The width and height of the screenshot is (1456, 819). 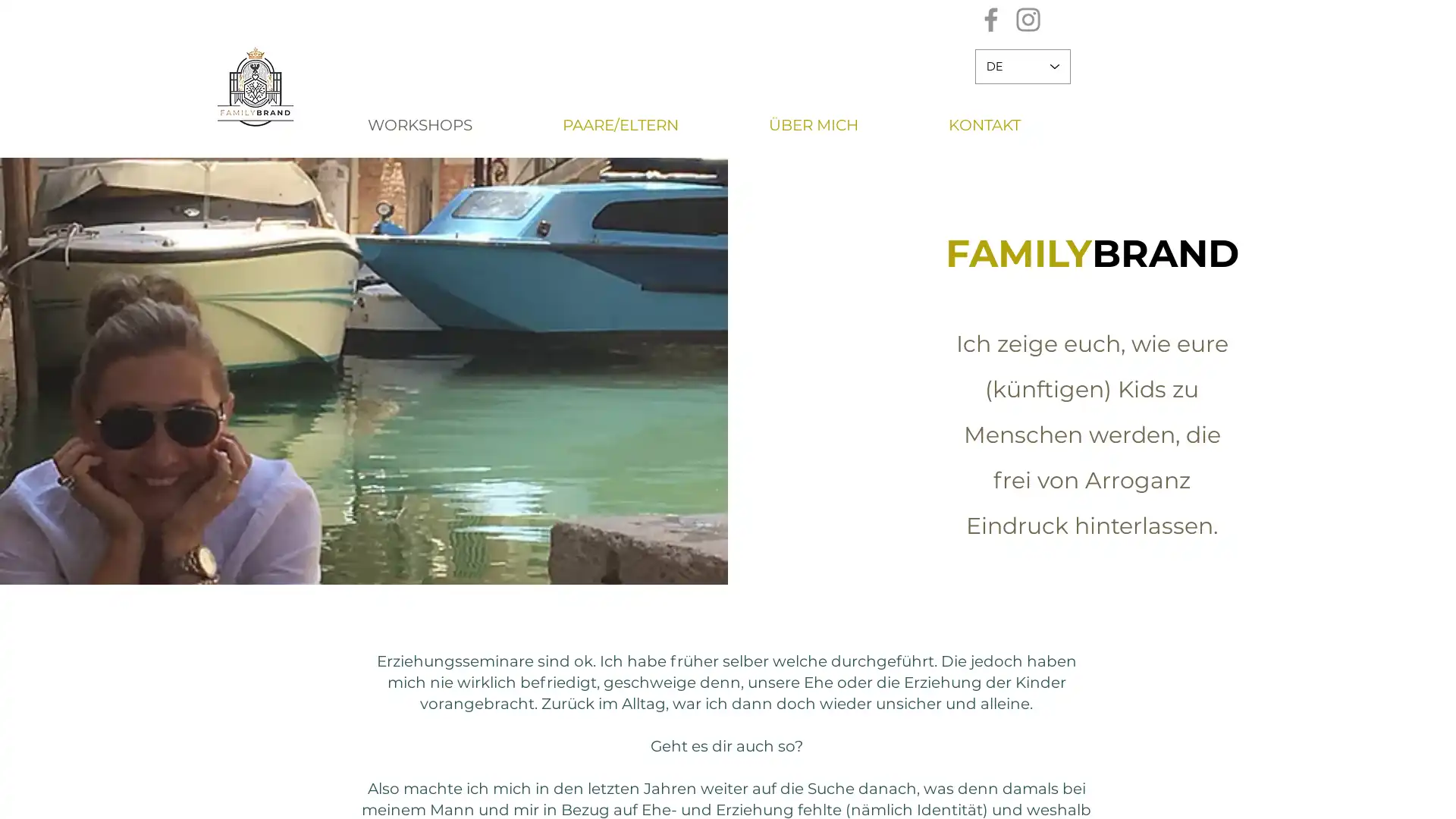 I want to click on Alle ablehnen, so click(x=1273, y=794).